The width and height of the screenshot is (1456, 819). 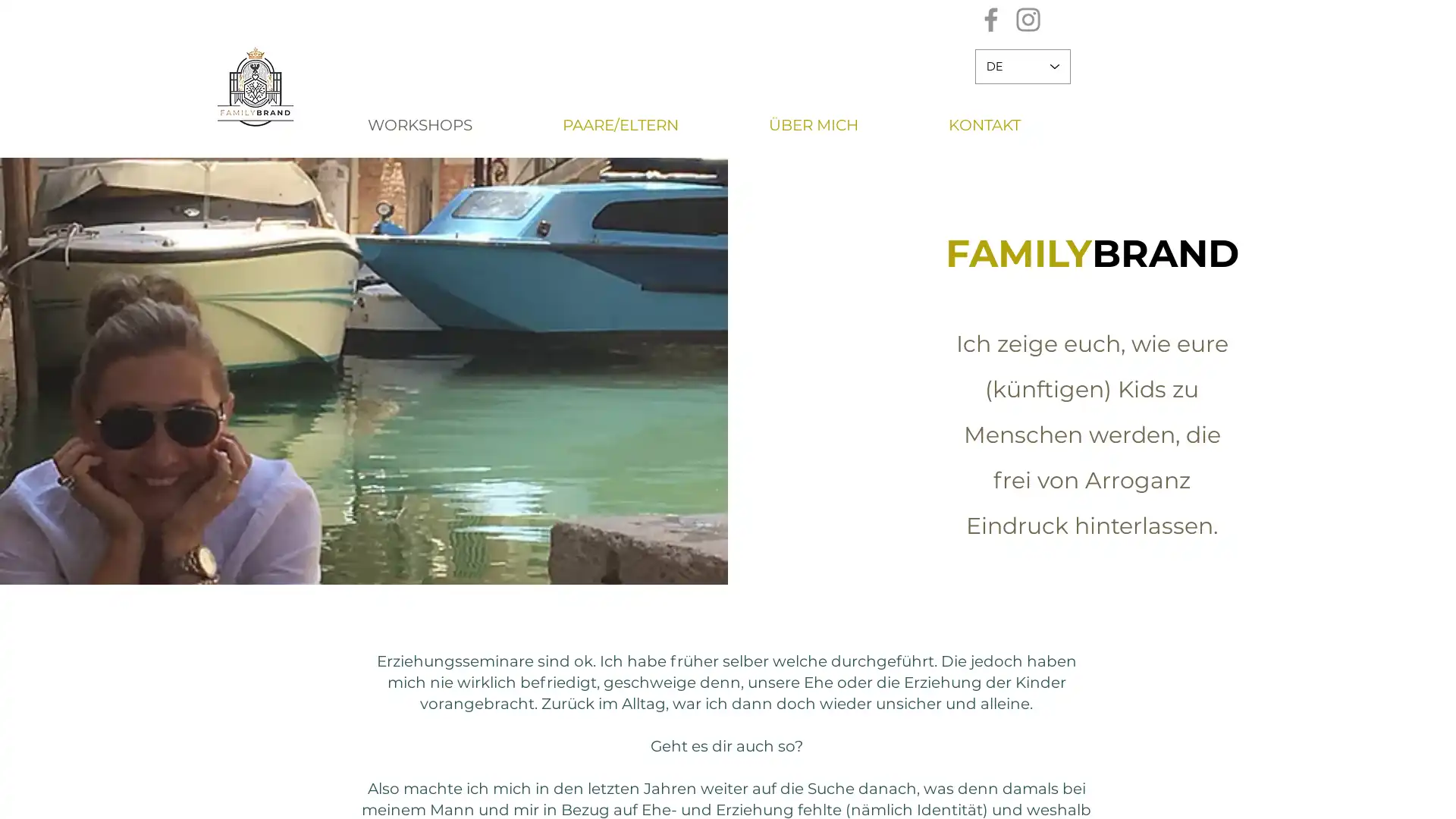 I want to click on Alle ablehnen, so click(x=1273, y=794).